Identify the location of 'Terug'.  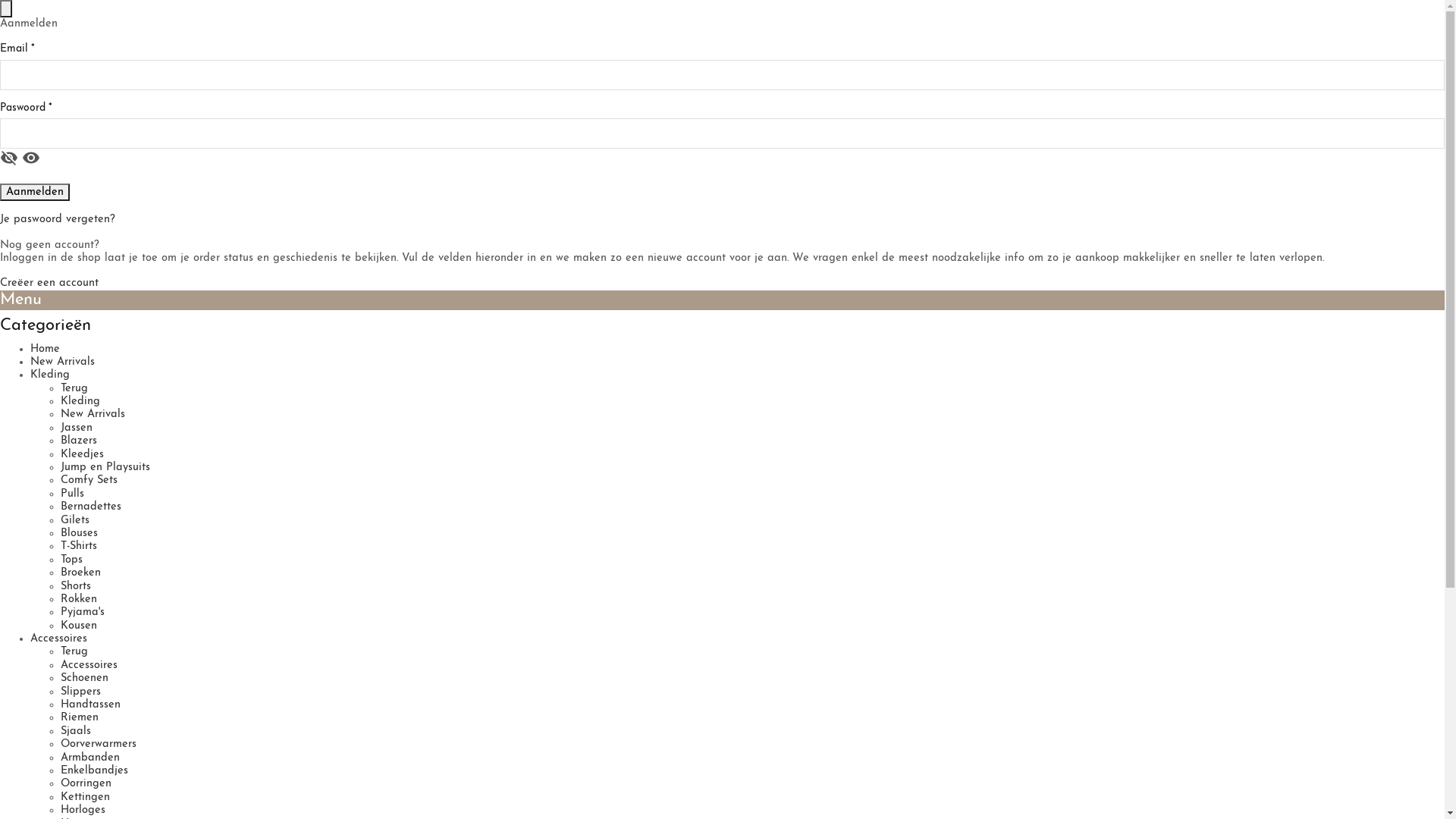
(73, 651).